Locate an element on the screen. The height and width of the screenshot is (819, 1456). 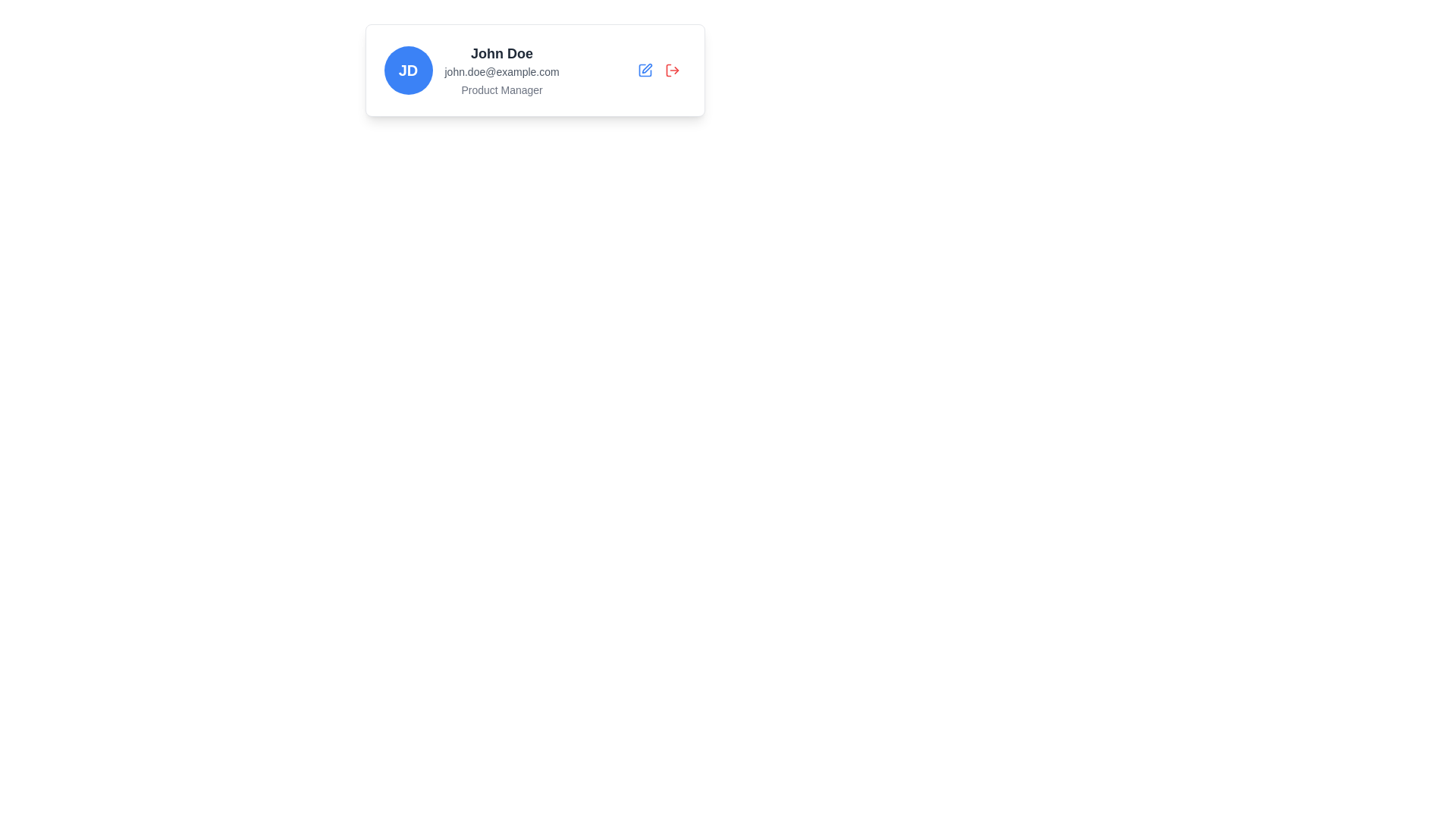
the Text Label displaying the user's name, which is positioned above the email and to the right of the circular avatar with initials 'JD' is located at coordinates (502, 52).